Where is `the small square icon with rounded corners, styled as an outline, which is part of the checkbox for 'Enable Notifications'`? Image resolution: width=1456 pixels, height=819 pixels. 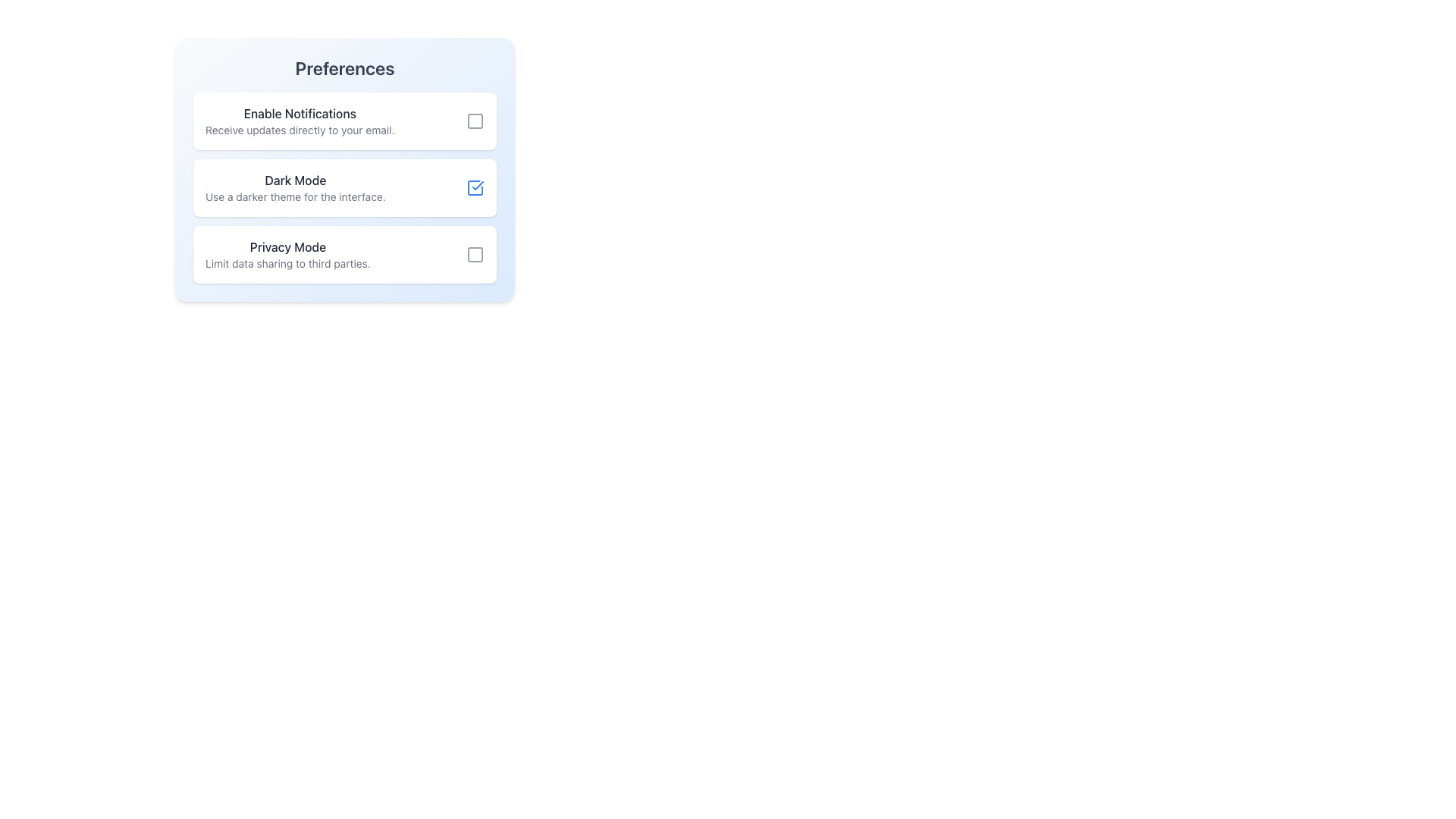
the small square icon with rounded corners, styled as an outline, which is part of the checkbox for 'Enable Notifications' is located at coordinates (475, 120).